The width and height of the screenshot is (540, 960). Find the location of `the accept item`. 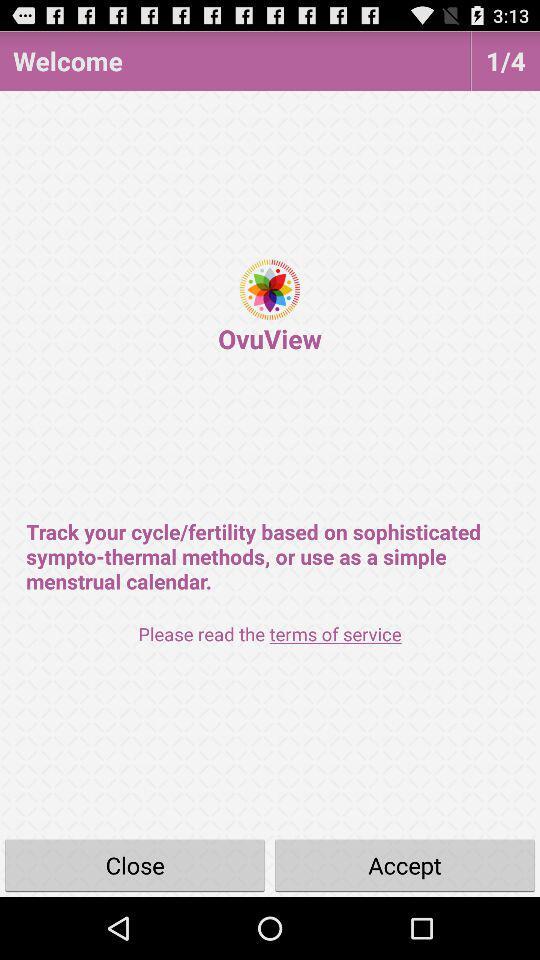

the accept item is located at coordinates (405, 864).